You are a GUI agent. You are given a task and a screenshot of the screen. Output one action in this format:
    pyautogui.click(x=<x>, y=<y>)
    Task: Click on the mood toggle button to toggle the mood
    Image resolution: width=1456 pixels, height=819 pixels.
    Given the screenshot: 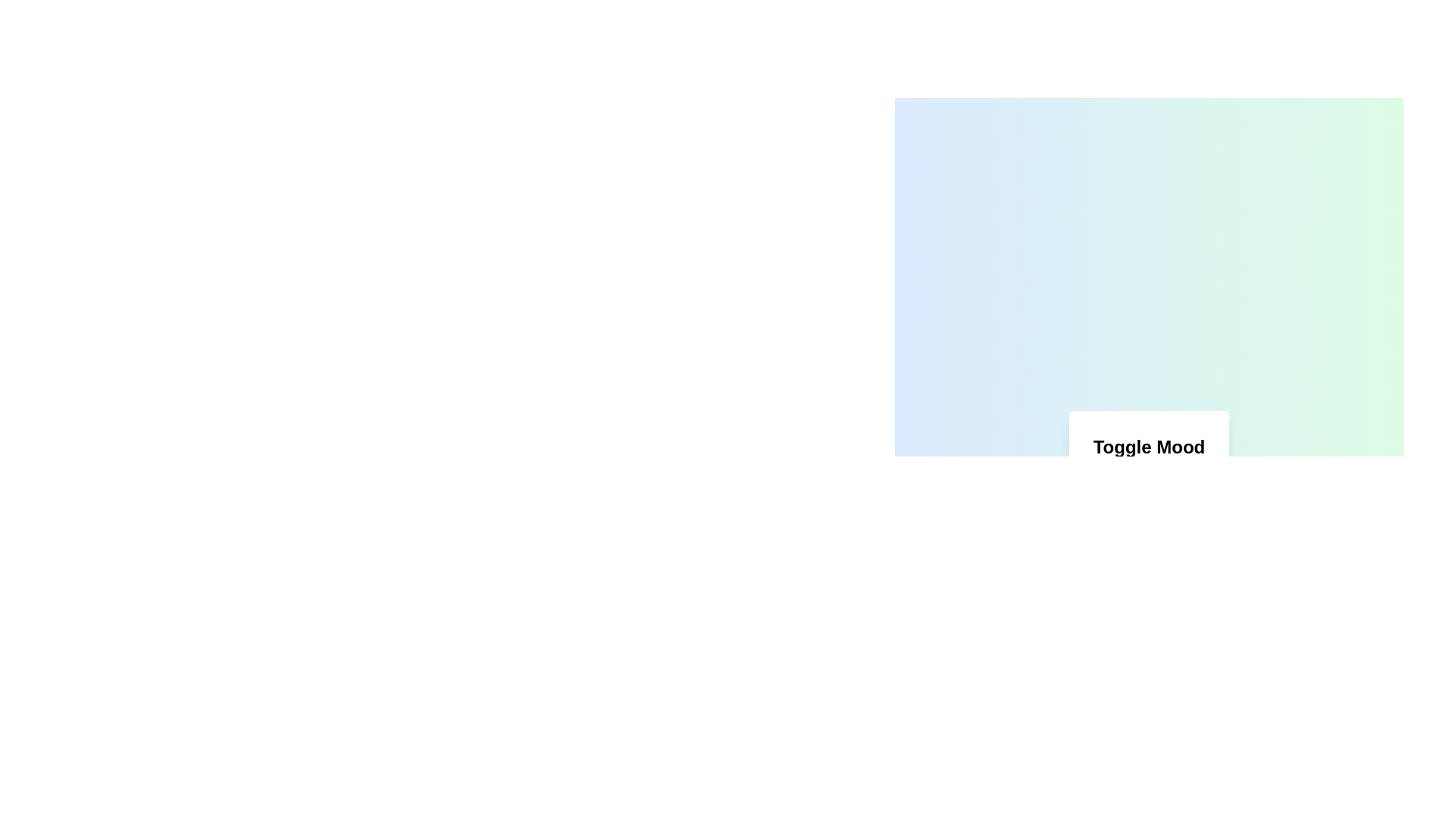 What is the action you would take?
    pyautogui.click(x=1149, y=509)
    